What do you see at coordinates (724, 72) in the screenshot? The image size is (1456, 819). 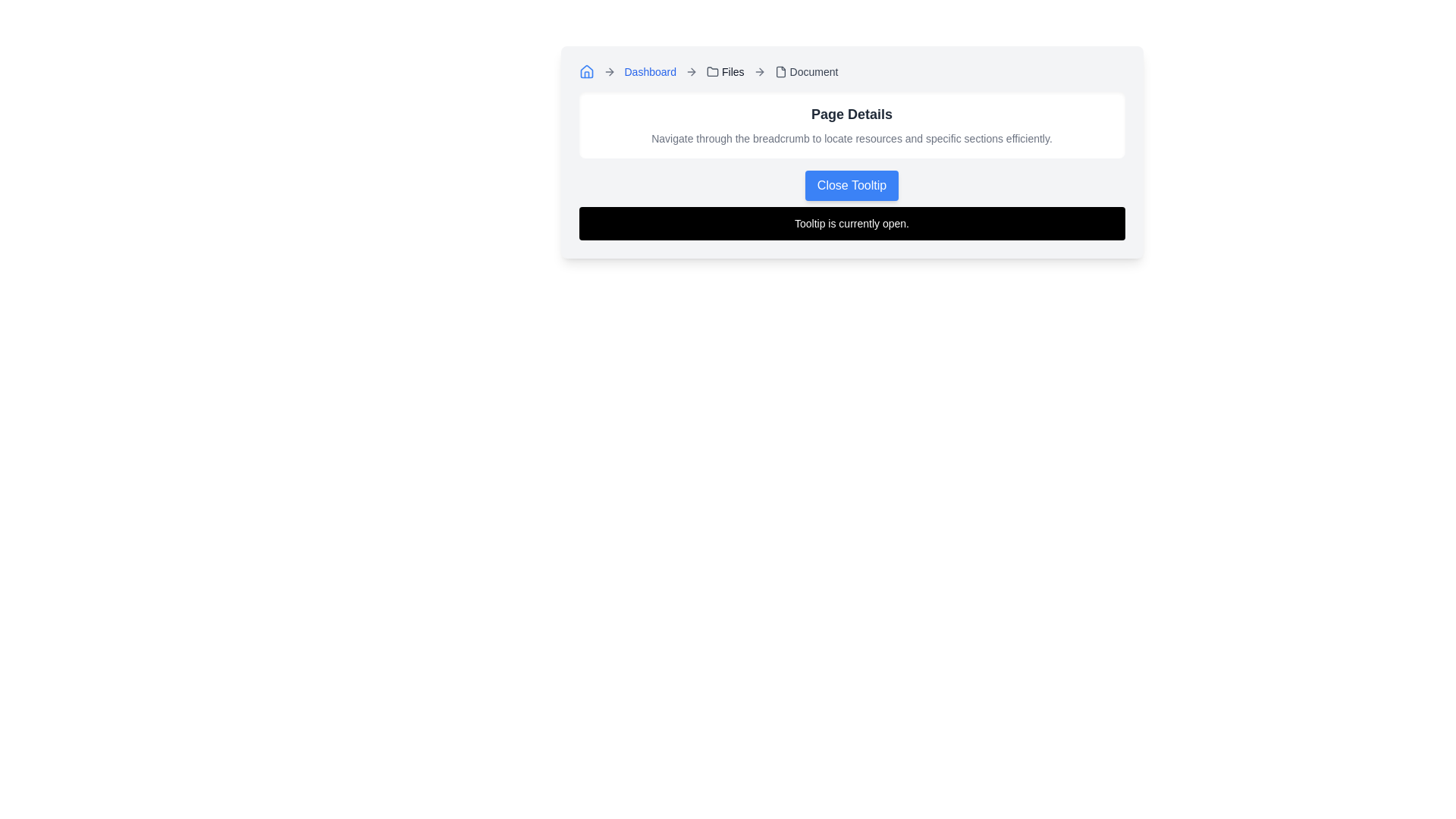 I see `the 'Files' breadcrumb link in the navigation` at bounding box center [724, 72].